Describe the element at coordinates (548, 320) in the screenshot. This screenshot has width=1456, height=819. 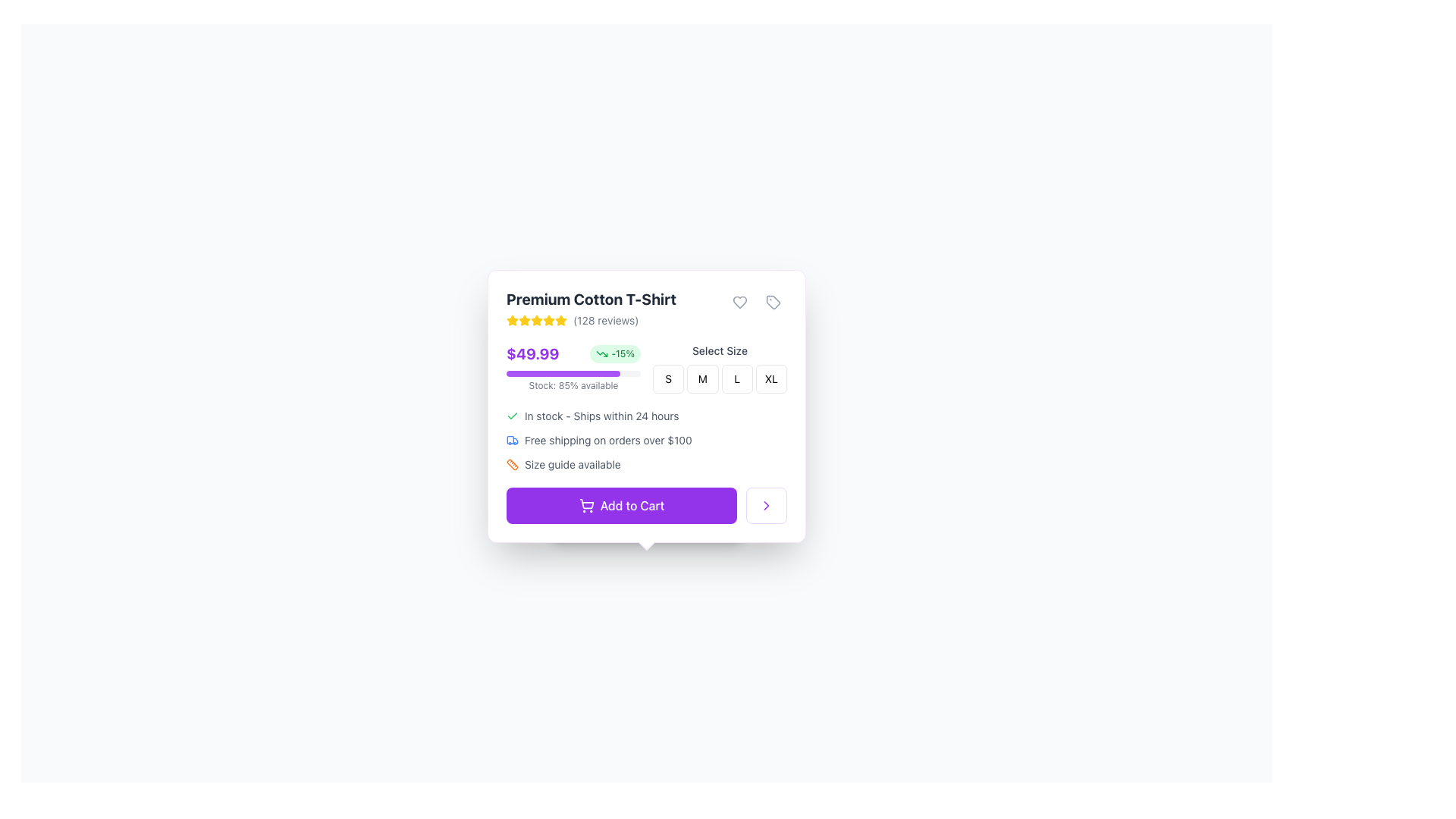
I see `the sixth star-shaped yellow filled icon in the horizontal row of star rating icons within the product card layout` at that location.